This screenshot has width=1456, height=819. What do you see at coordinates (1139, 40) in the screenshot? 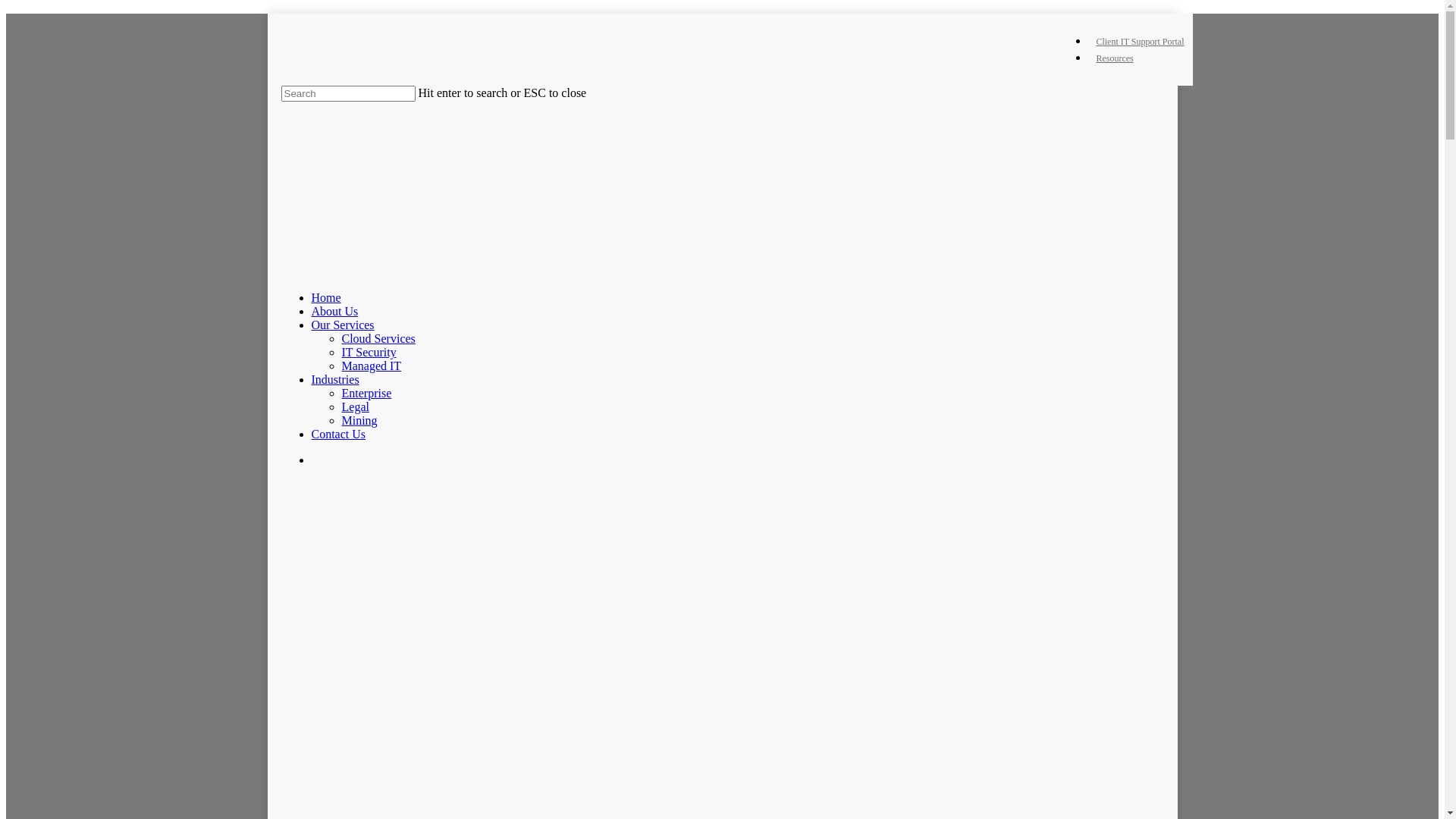
I see `'Client IT Support Portal'` at bounding box center [1139, 40].